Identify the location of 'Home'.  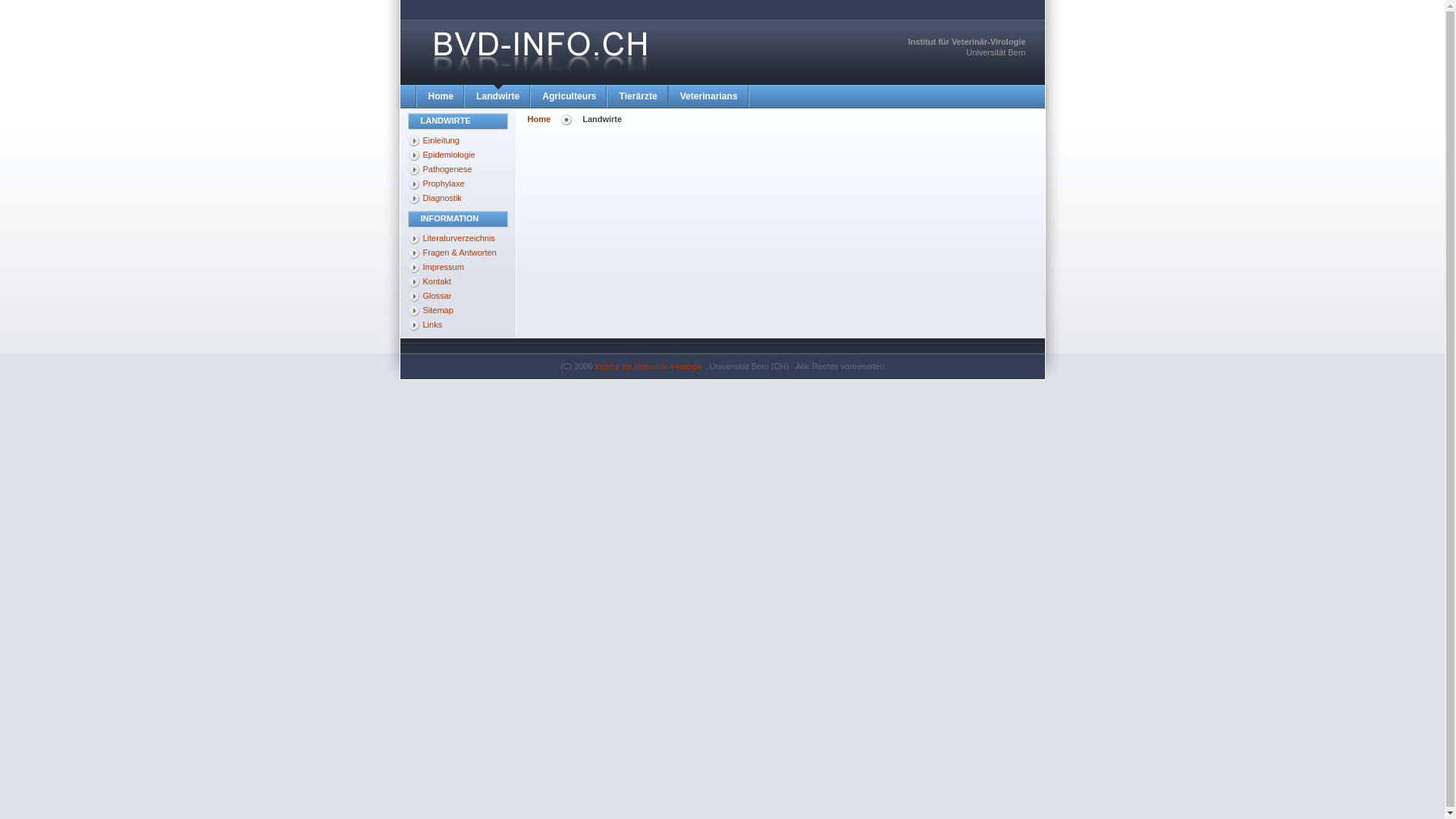
(440, 96).